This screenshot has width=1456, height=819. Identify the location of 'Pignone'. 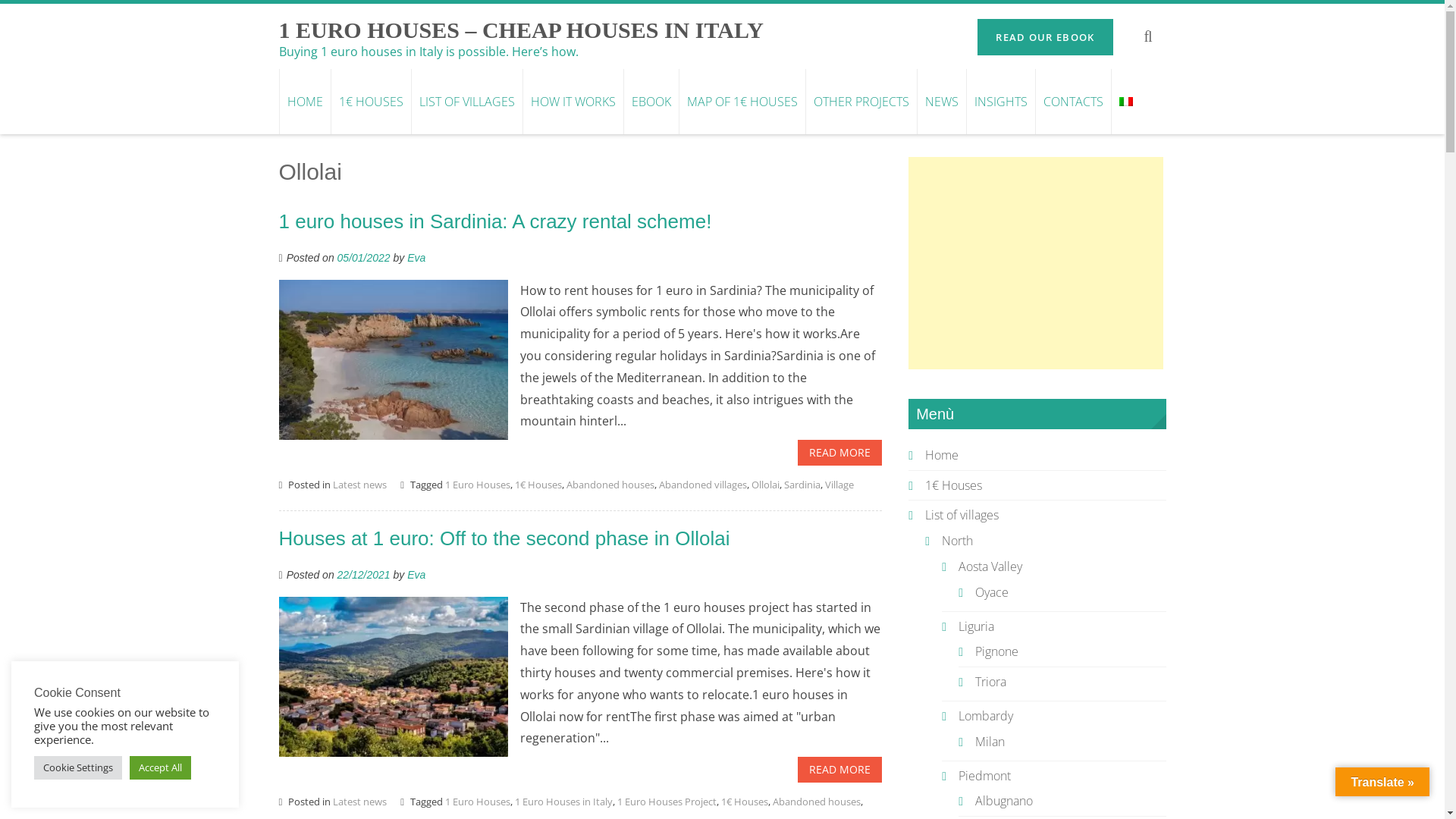
(975, 651).